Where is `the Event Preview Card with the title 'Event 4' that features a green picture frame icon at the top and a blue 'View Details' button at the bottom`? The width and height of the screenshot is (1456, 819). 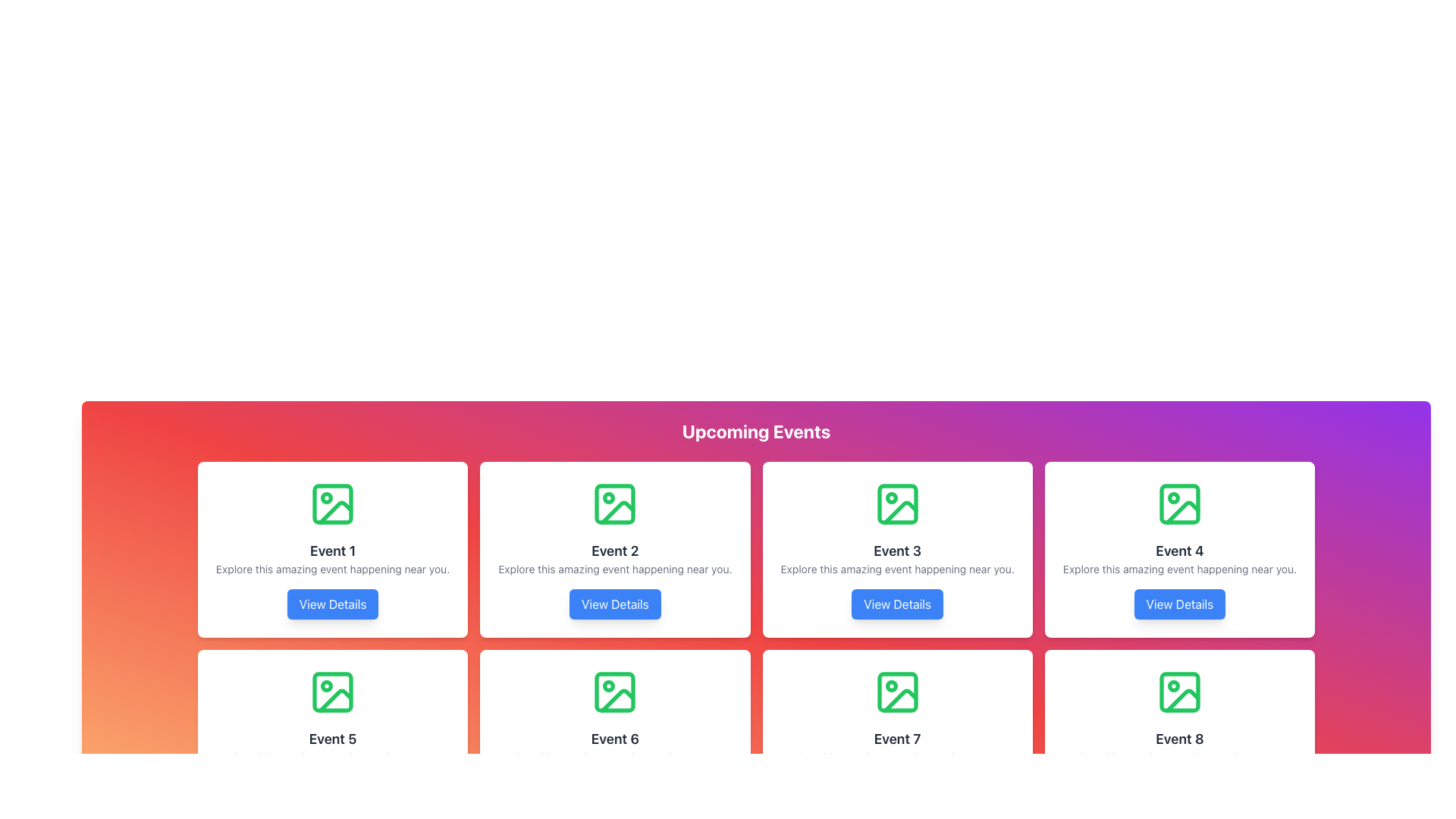 the Event Preview Card with the title 'Event 4' that features a green picture frame icon at the top and a blue 'View Details' button at the bottom is located at coordinates (1178, 550).